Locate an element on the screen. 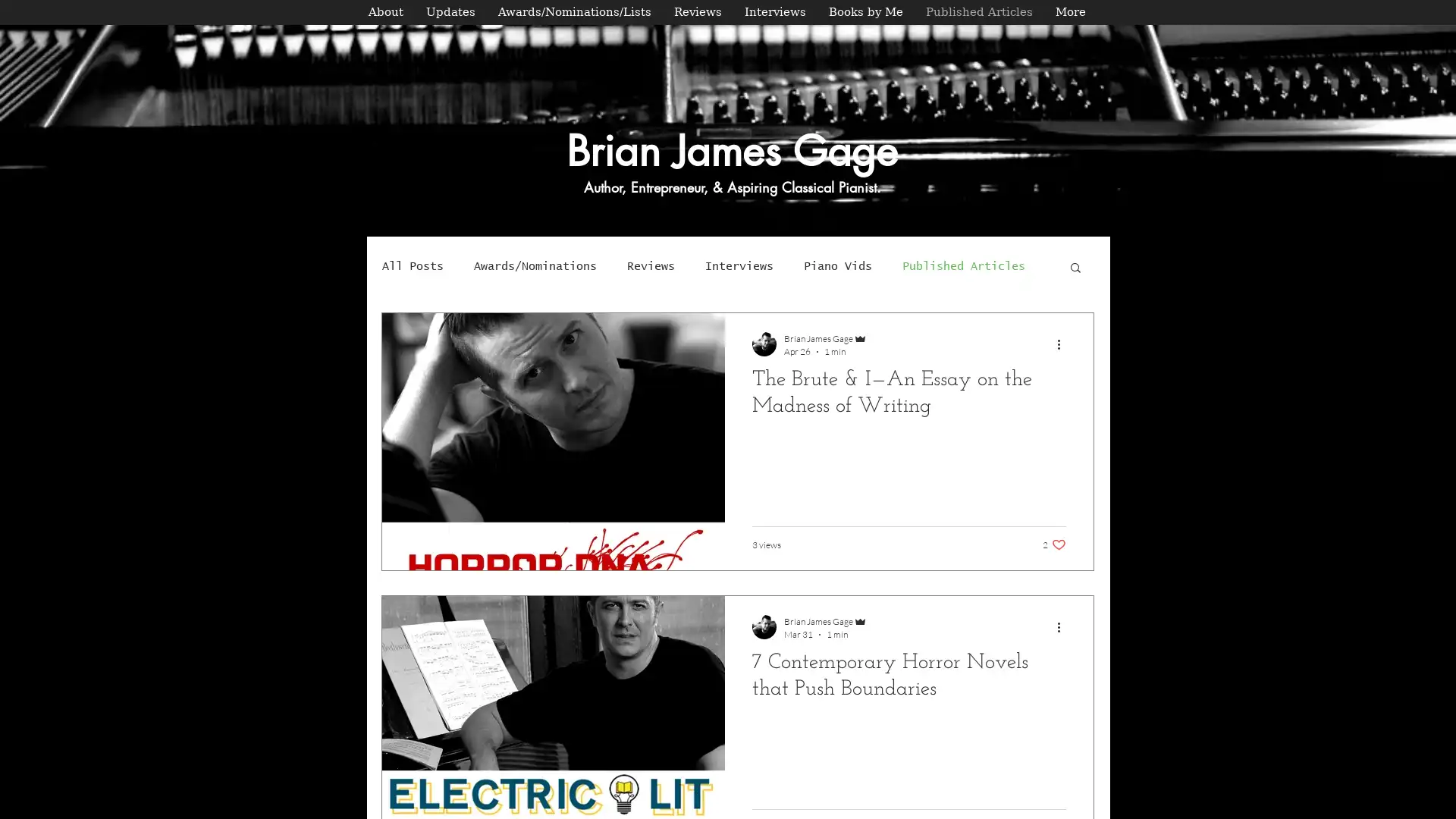 The height and width of the screenshot is (819, 1456). Piano Vids is located at coordinates (836, 265).